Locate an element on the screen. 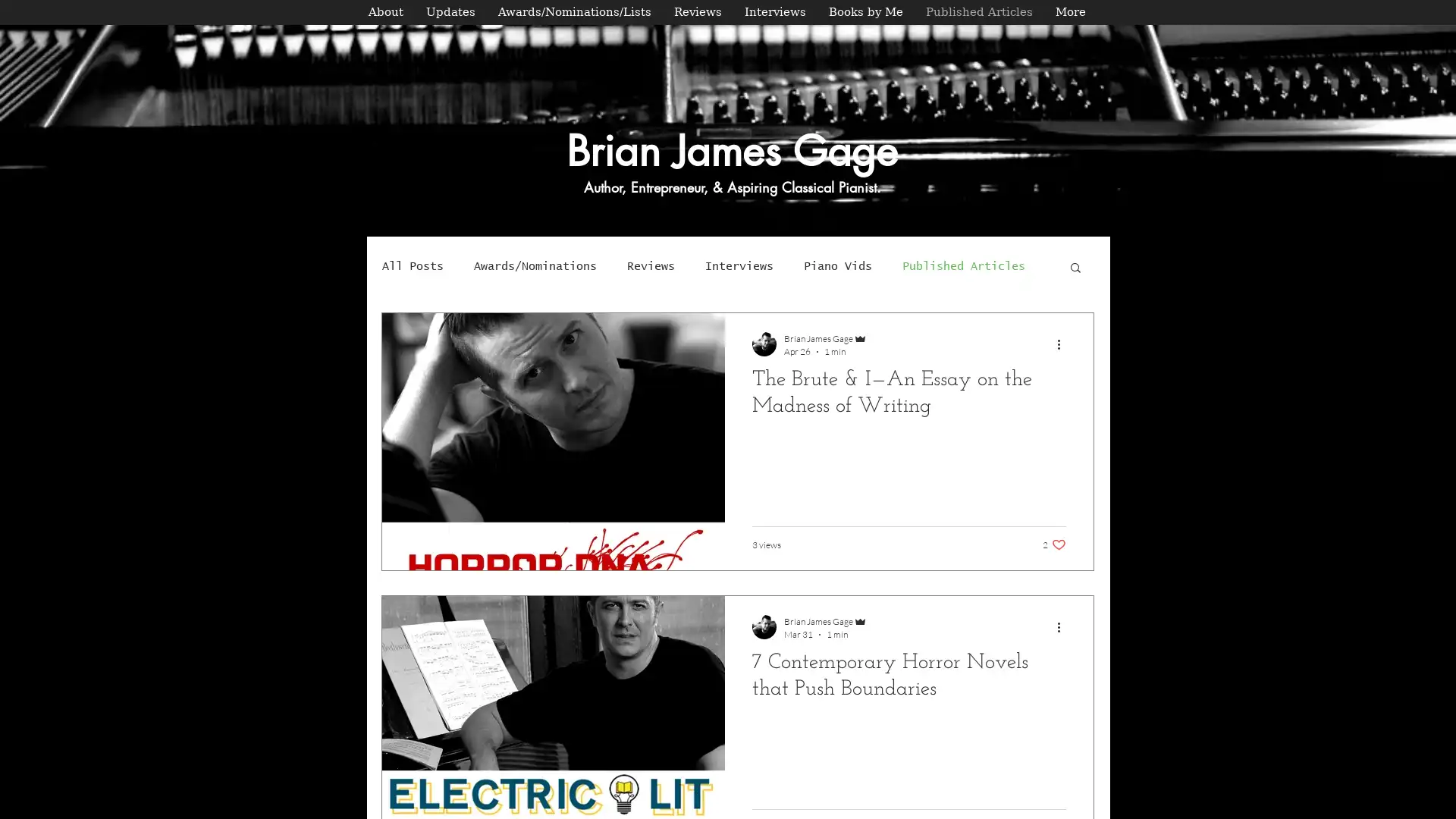 The height and width of the screenshot is (819, 1456). Piano Vids is located at coordinates (836, 265).